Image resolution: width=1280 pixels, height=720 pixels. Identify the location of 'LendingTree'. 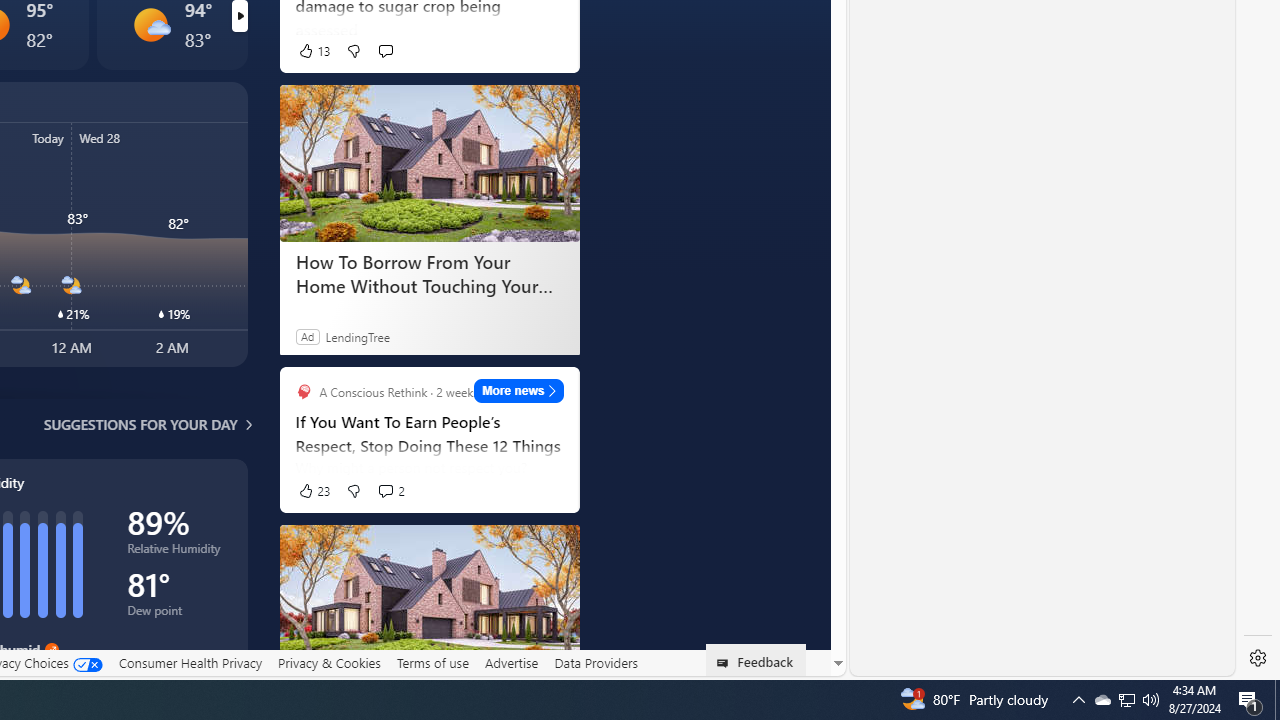
(357, 335).